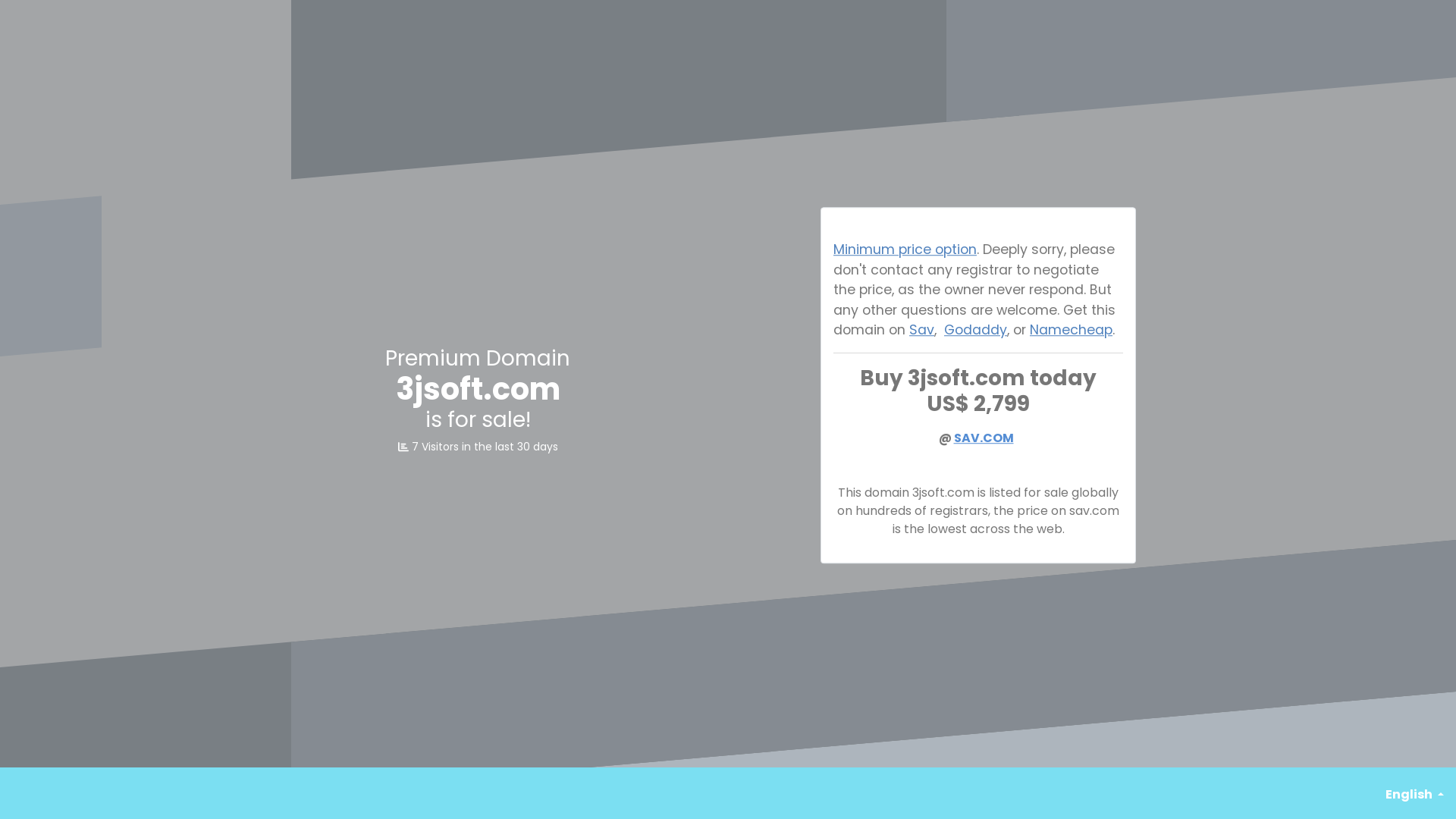  I want to click on 'Godaddy', so click(975, 329).